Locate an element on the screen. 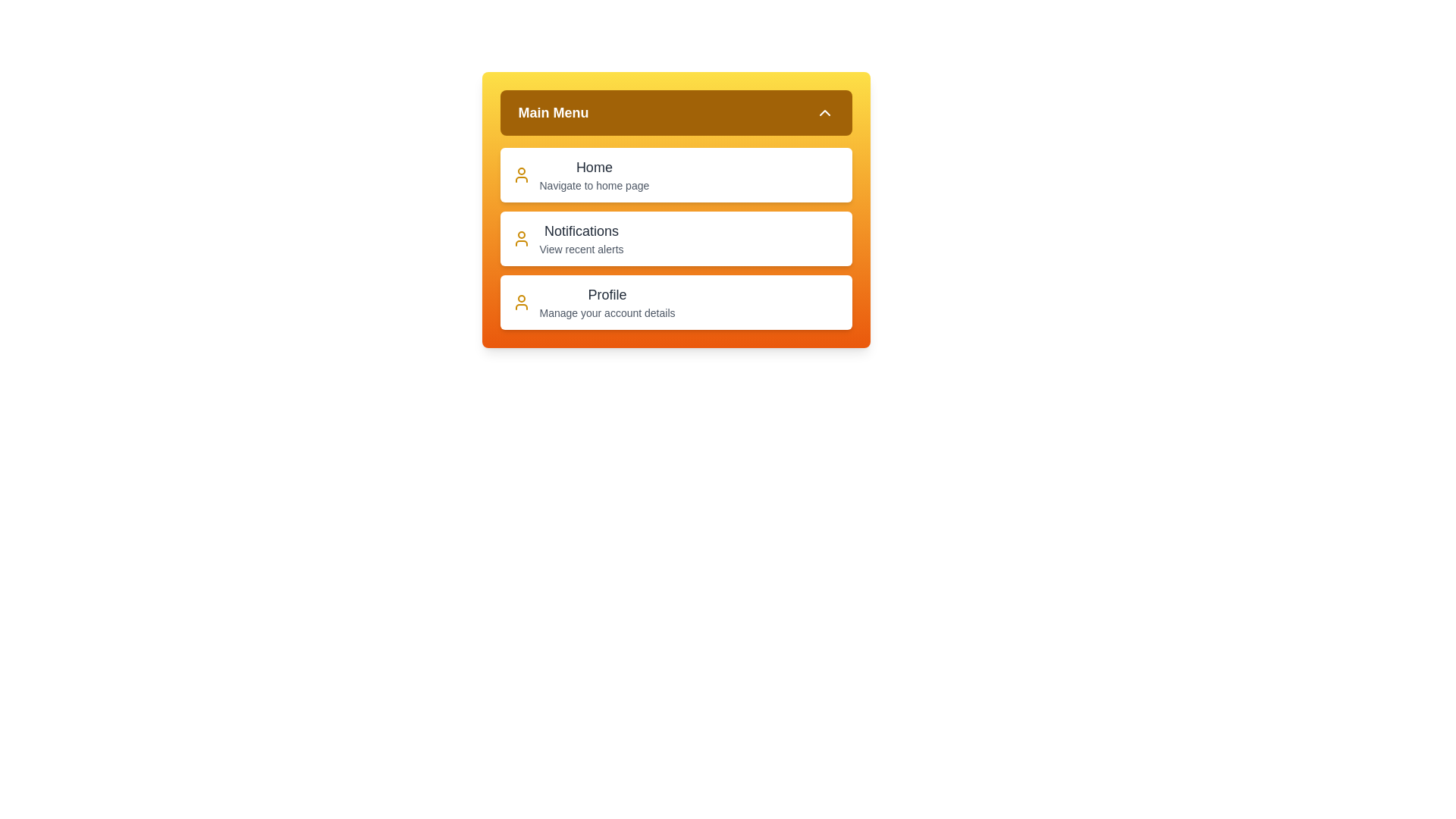 This screenshot has height=819, width=1456. the menu item Notifications from the interactive menu is located at coordinates (675, 239).